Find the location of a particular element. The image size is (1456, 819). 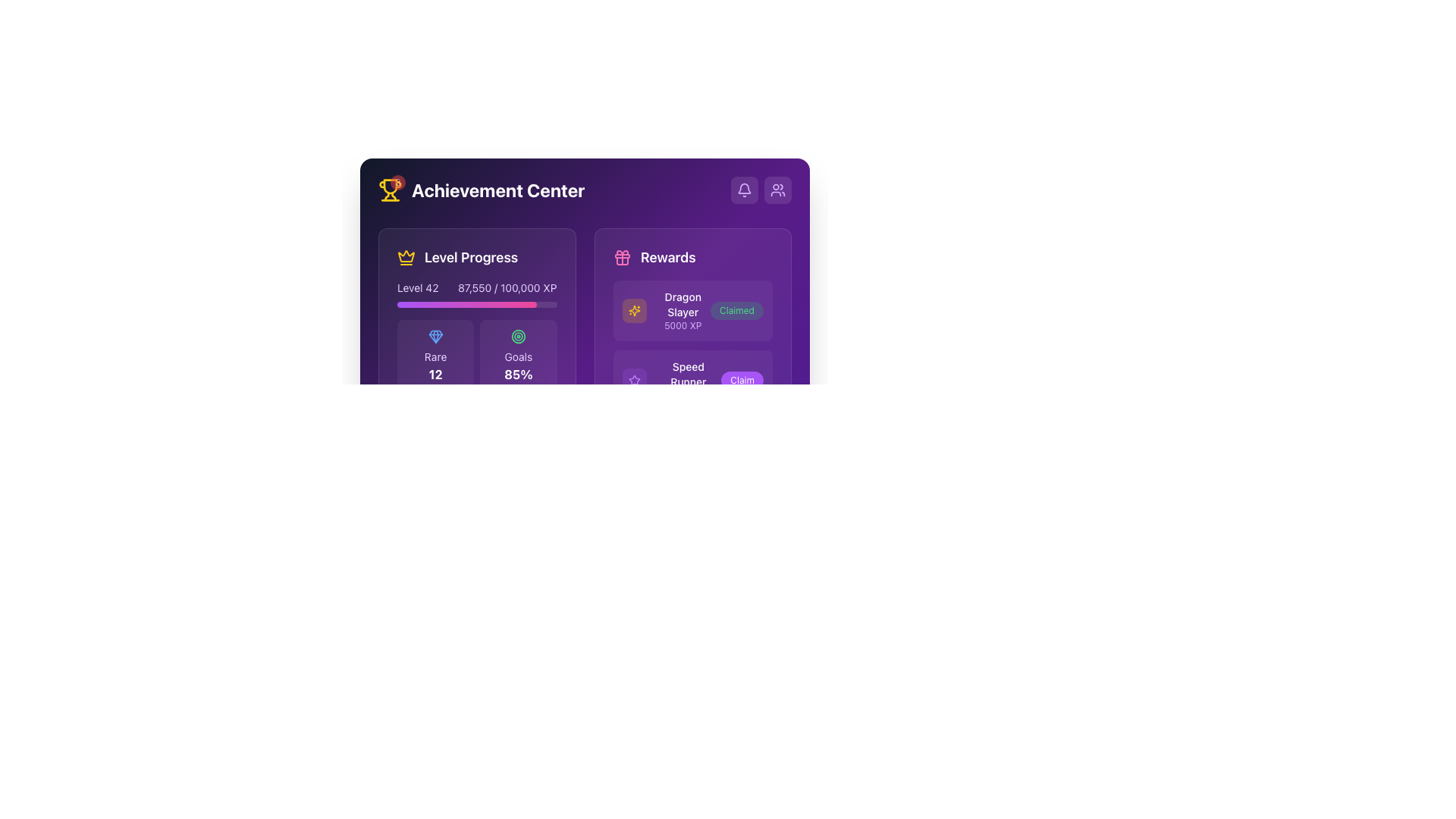

the Icon/Badge that serves as a decorative indicator for the associated reward item, located to the left of the 'Dragon Slayer' text is located at coordinates (634, 309).